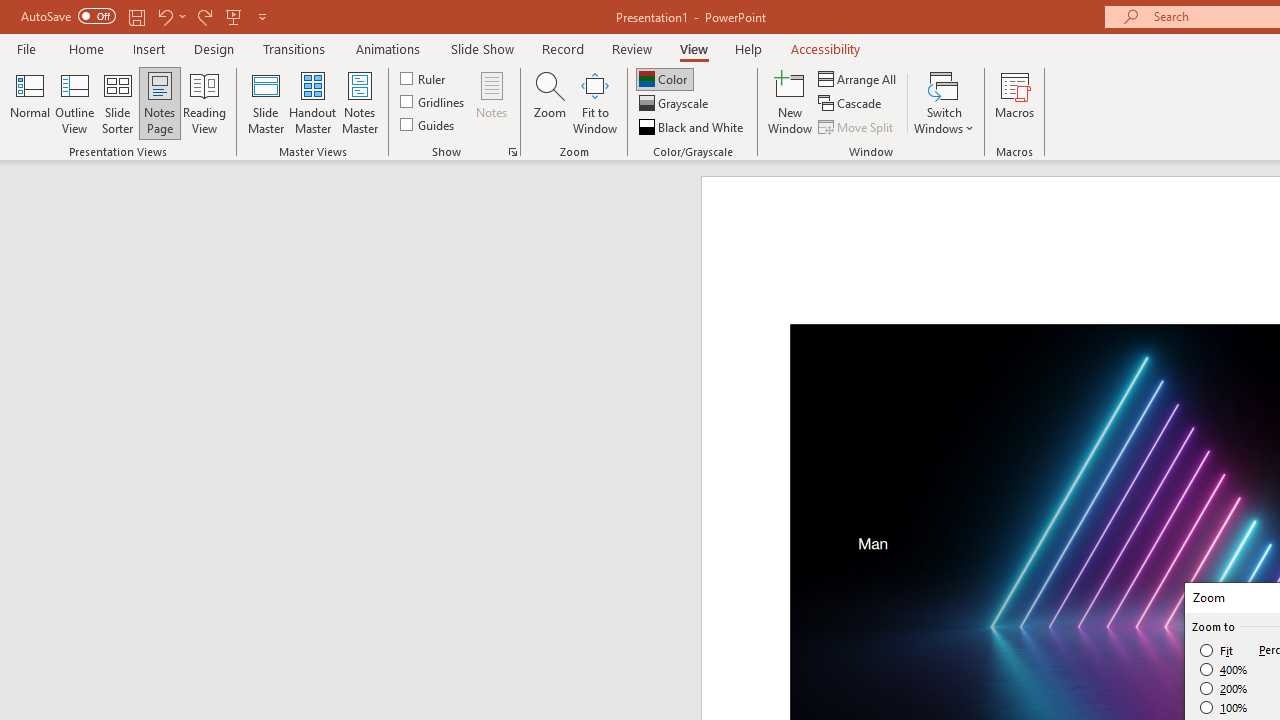 This screenshot has height=720, width=1280. Describe the element at coordinates (1223, 706) in the screenshot. I see `'100%'` at that location.